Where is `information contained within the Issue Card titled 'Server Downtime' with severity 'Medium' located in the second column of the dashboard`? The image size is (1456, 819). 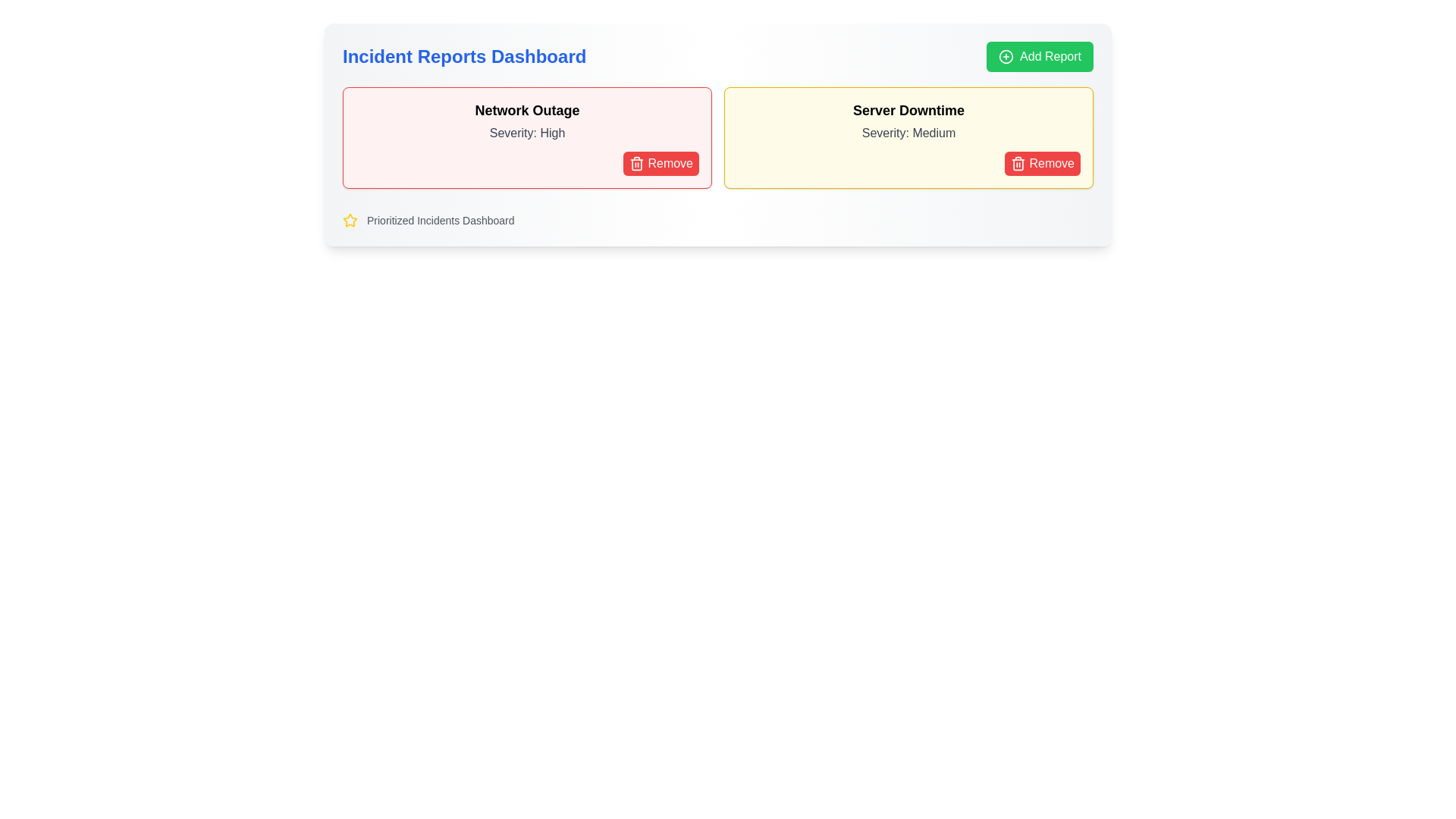
information contained within the Issue Card titled 'Server Downtime' with severity 'Medium' located in the second column of the dashboard is located at coordinates (908, 137).